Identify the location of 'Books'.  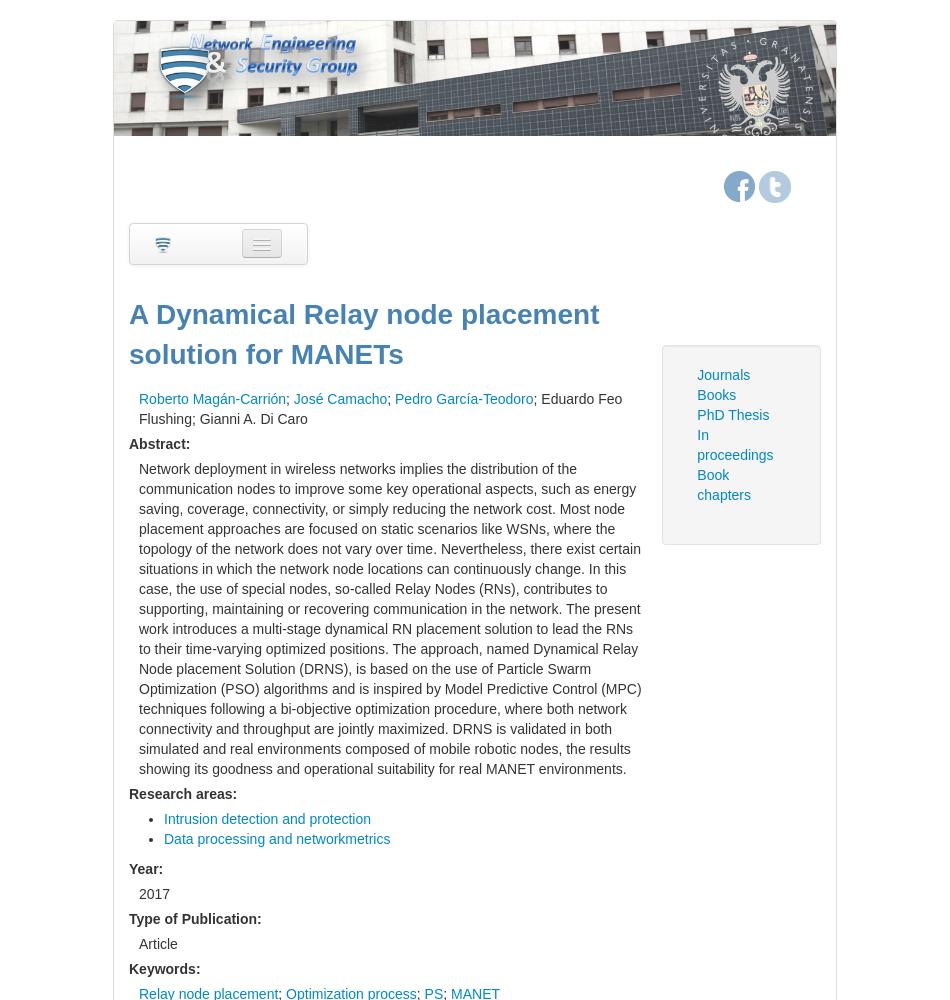
(715, 394).